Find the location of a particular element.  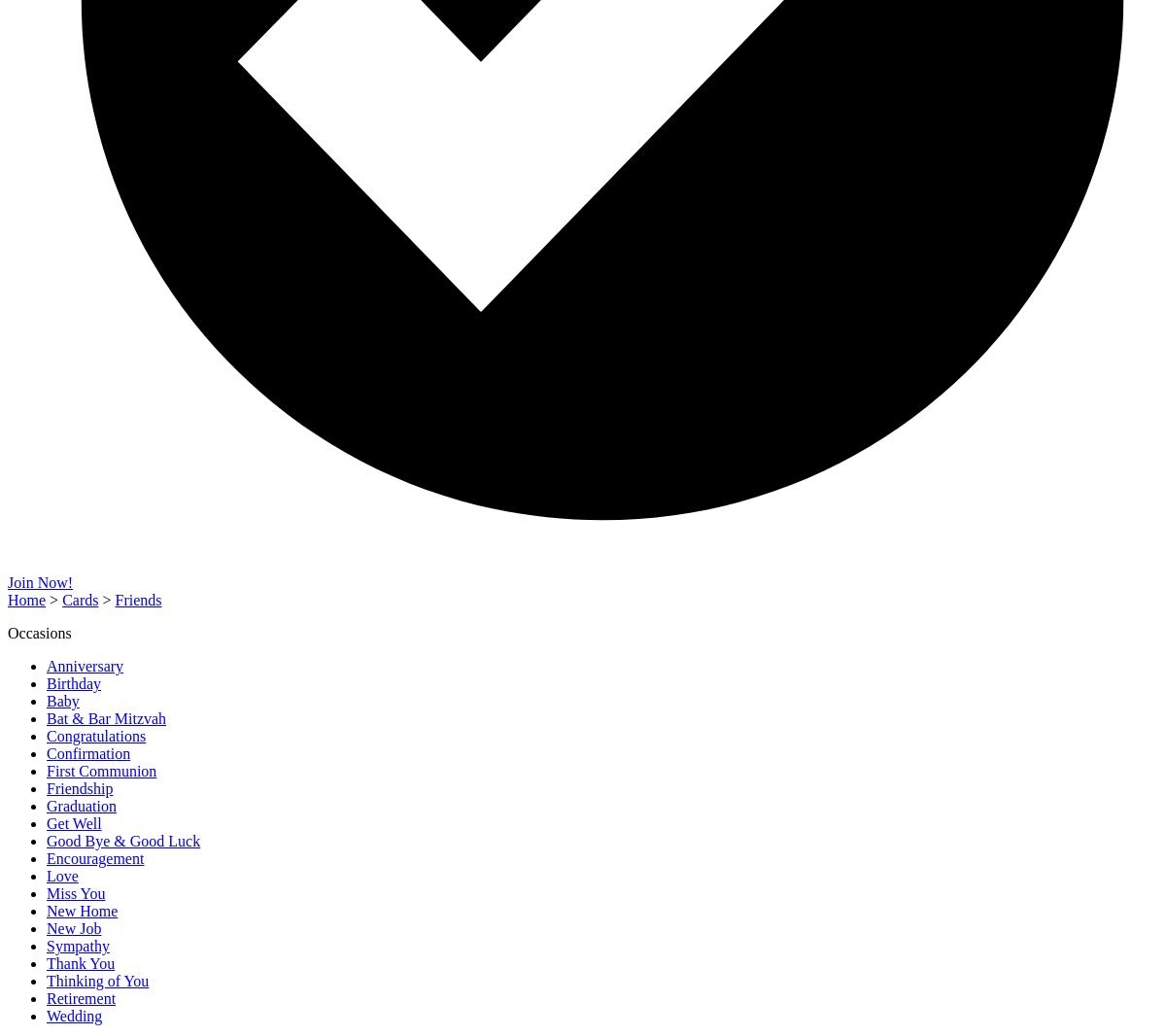

'Get Well' is located at coordinates (47, 823).